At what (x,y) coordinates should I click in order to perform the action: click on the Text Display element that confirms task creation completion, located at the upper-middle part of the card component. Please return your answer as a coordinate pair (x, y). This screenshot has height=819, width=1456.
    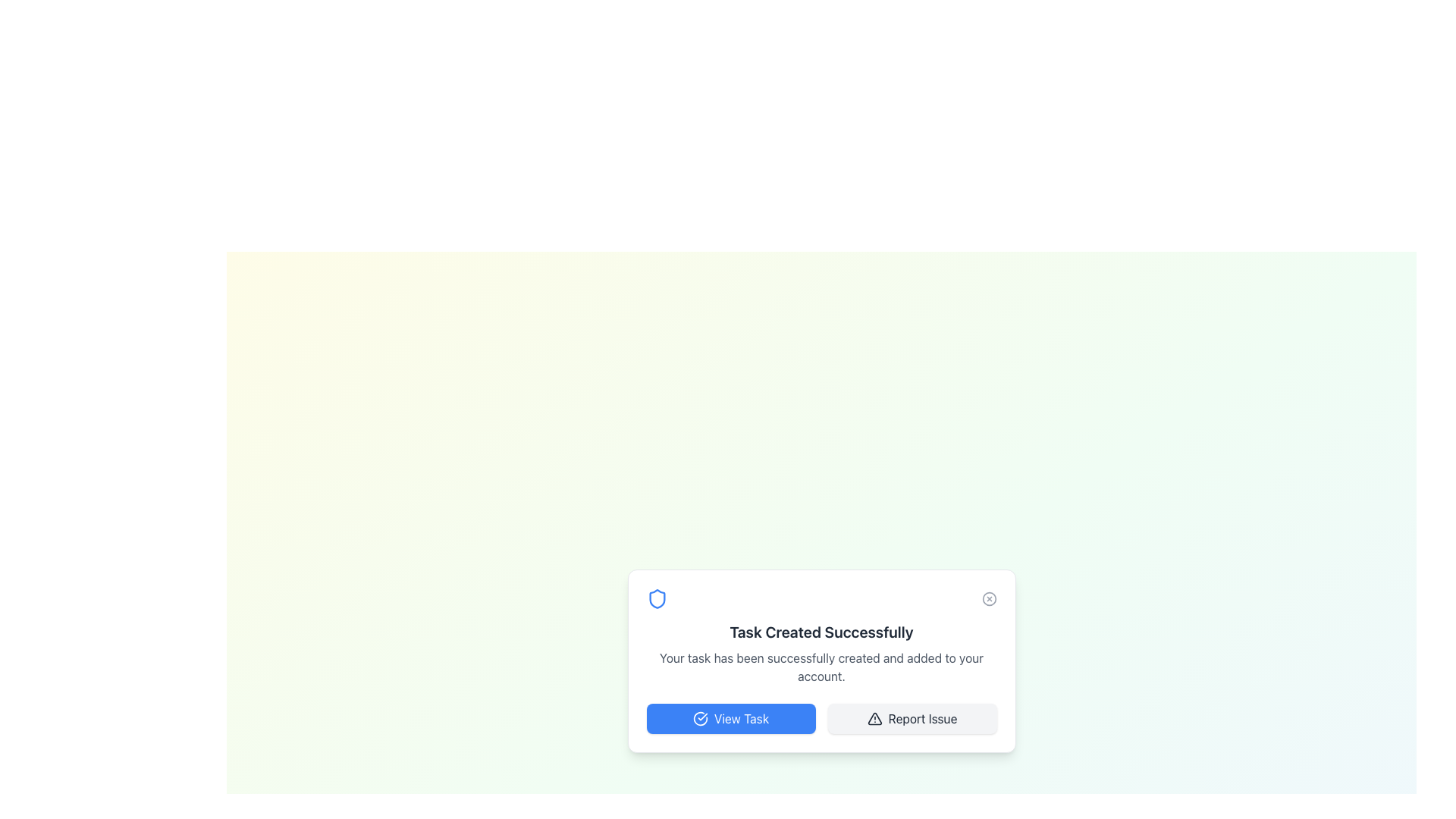
    Looking at the image, I should click on (821, 632).